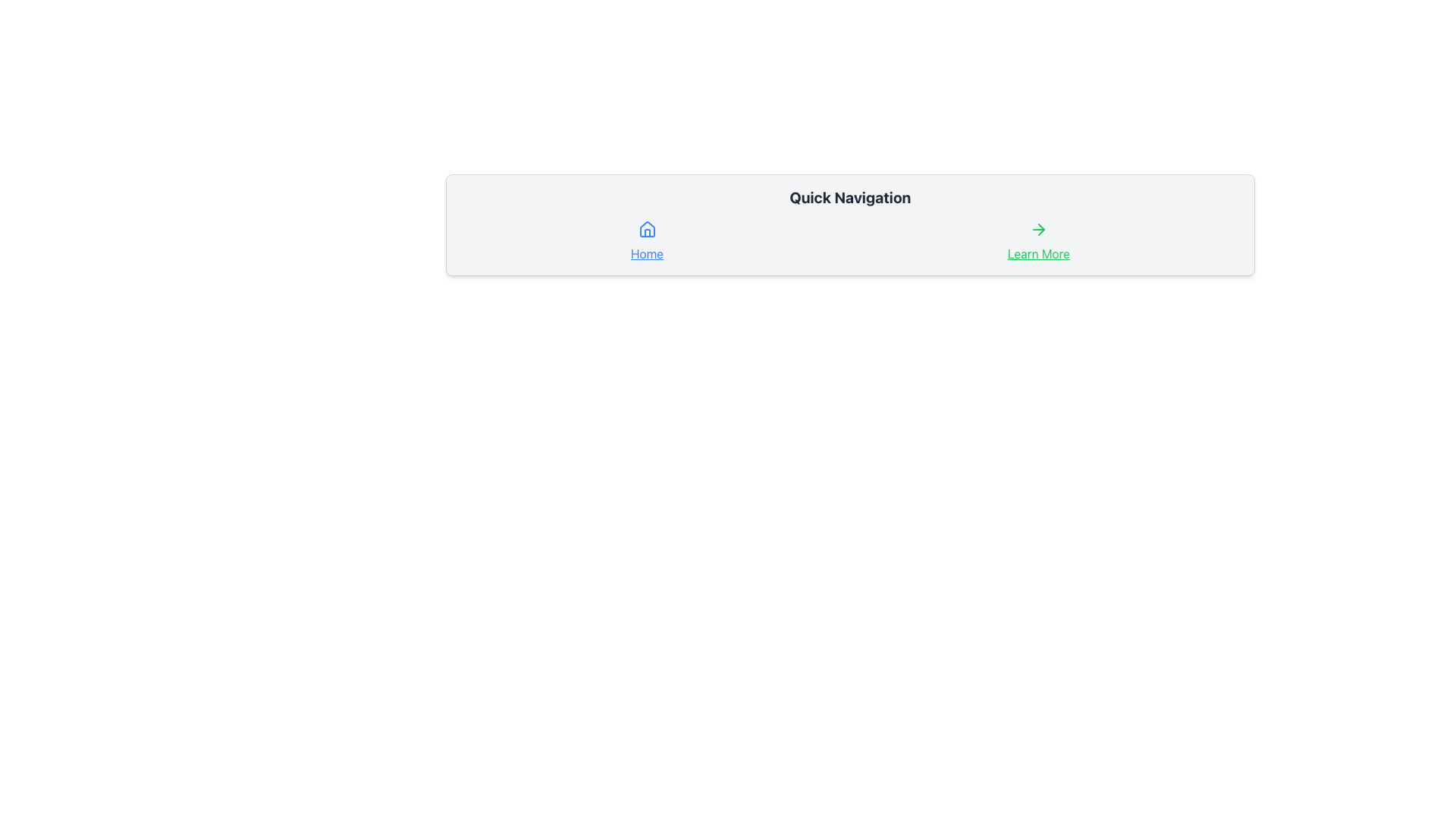 Image resolution: width=1456 pixels, height=819 pixels. Describe the element at coordinates (1037, 241) in the screenshot. I see `the 'Learn More' hyperlink element, which is displayed in green text with an underline and is accompanied by a green rightward arrow icon` at that location.